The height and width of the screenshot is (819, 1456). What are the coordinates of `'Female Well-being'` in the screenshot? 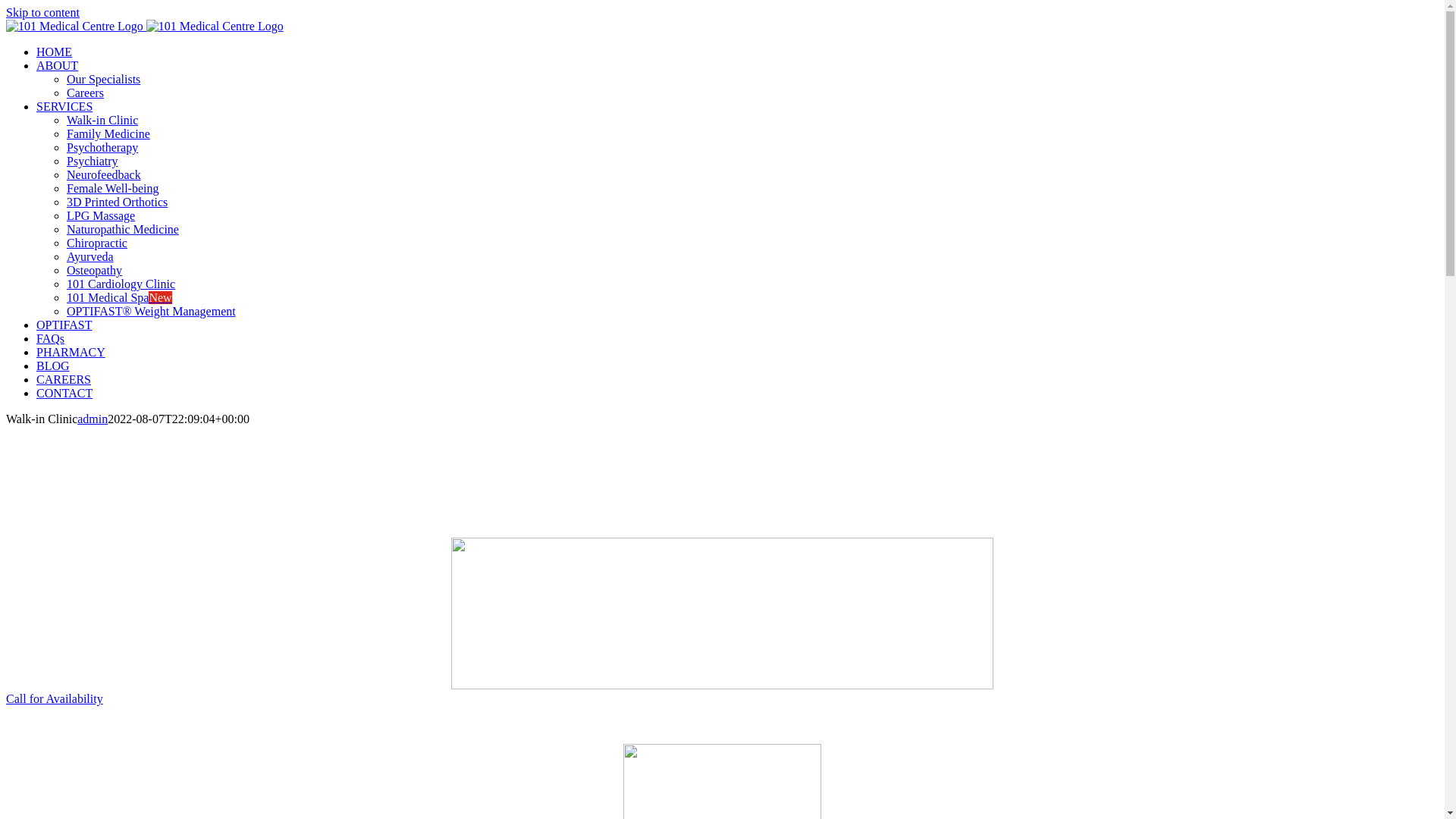 It's located at (111, 187).